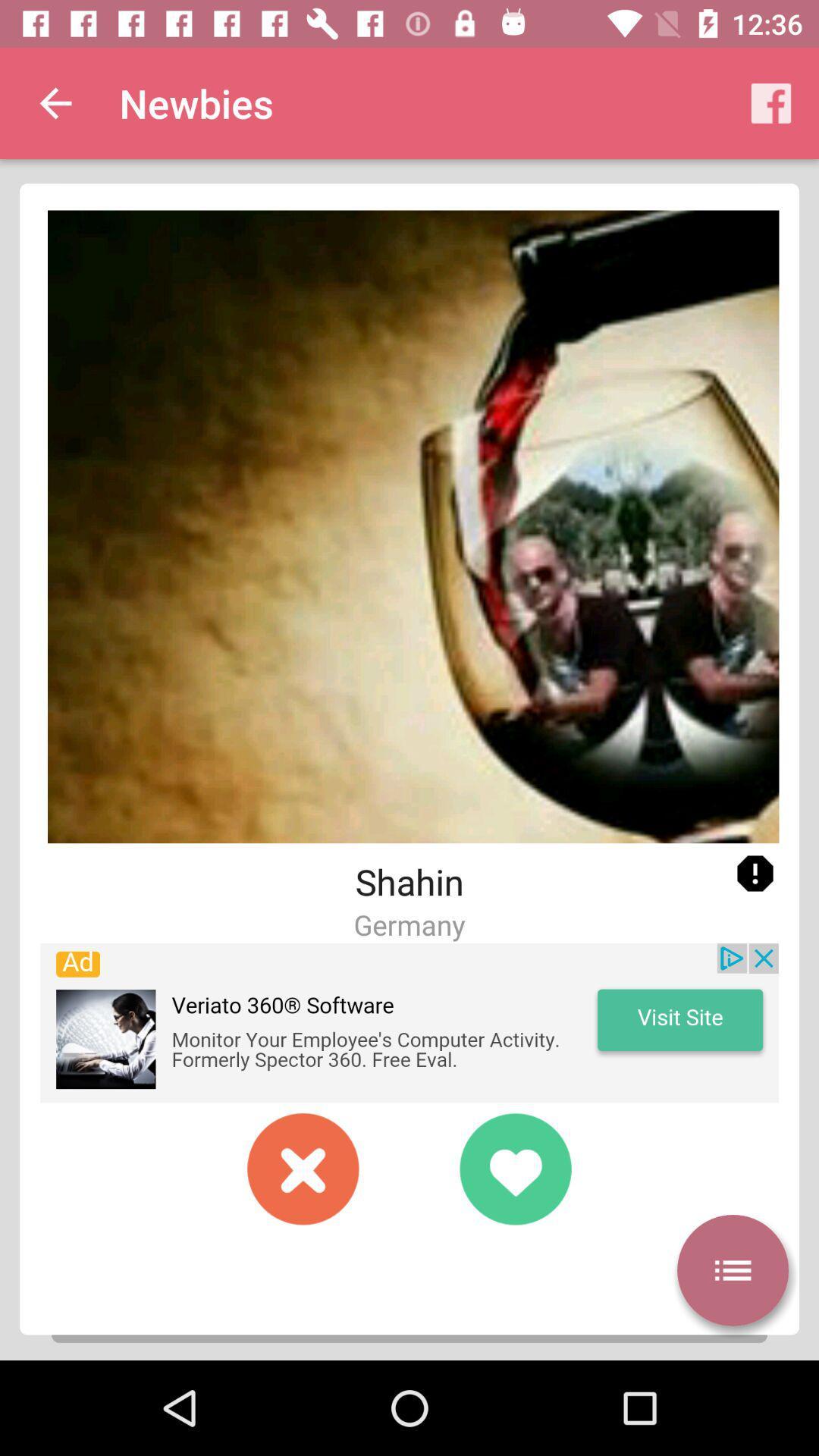 The width and height of the screenshot is (819, 1456). I want to click on information, so click(755, 874).